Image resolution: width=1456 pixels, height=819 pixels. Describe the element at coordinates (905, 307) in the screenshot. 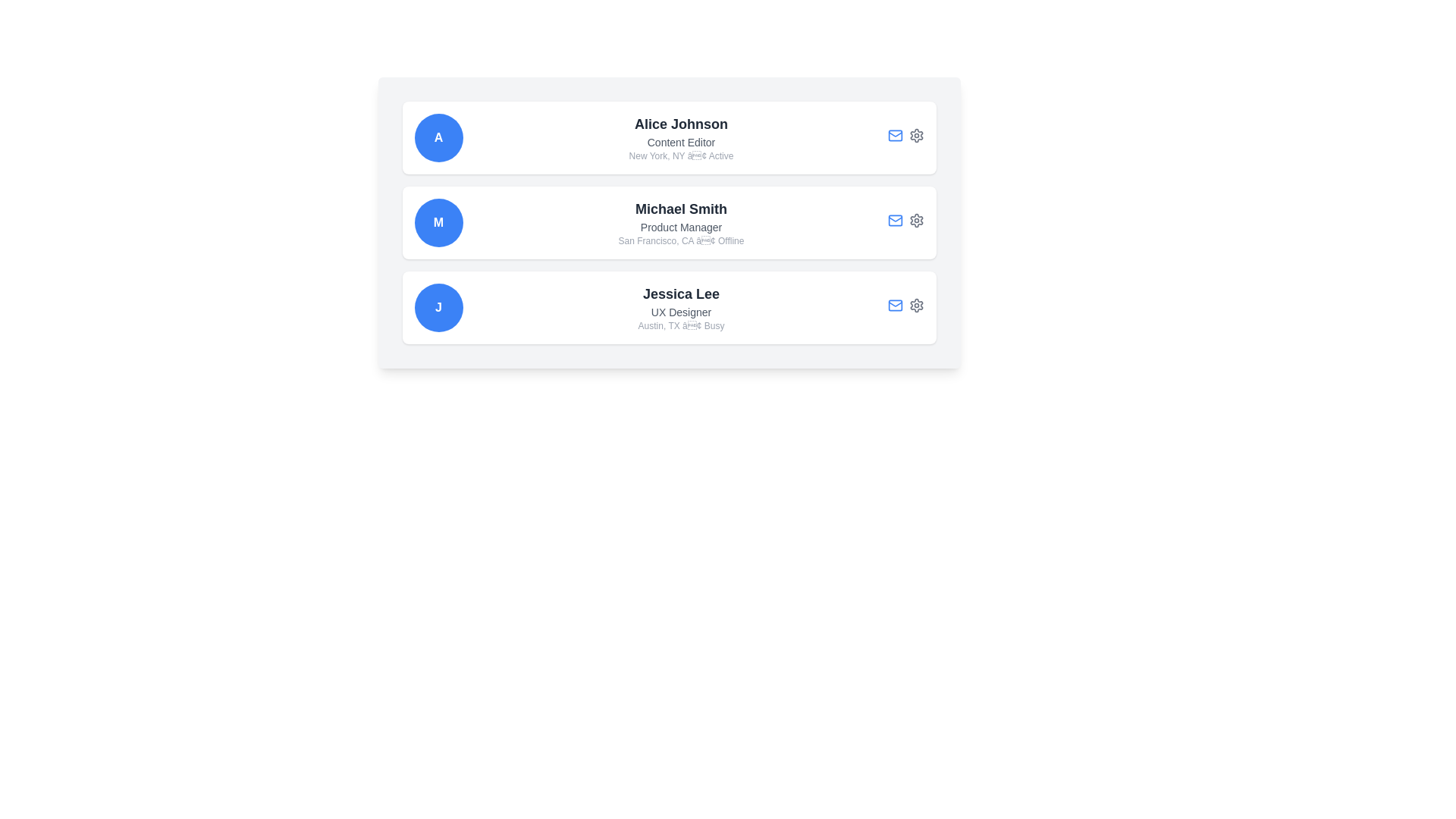

I see `the central circle in the composite component containing the envelope and gear icons for 'Jessica Lee - UX Designer'` at that location.